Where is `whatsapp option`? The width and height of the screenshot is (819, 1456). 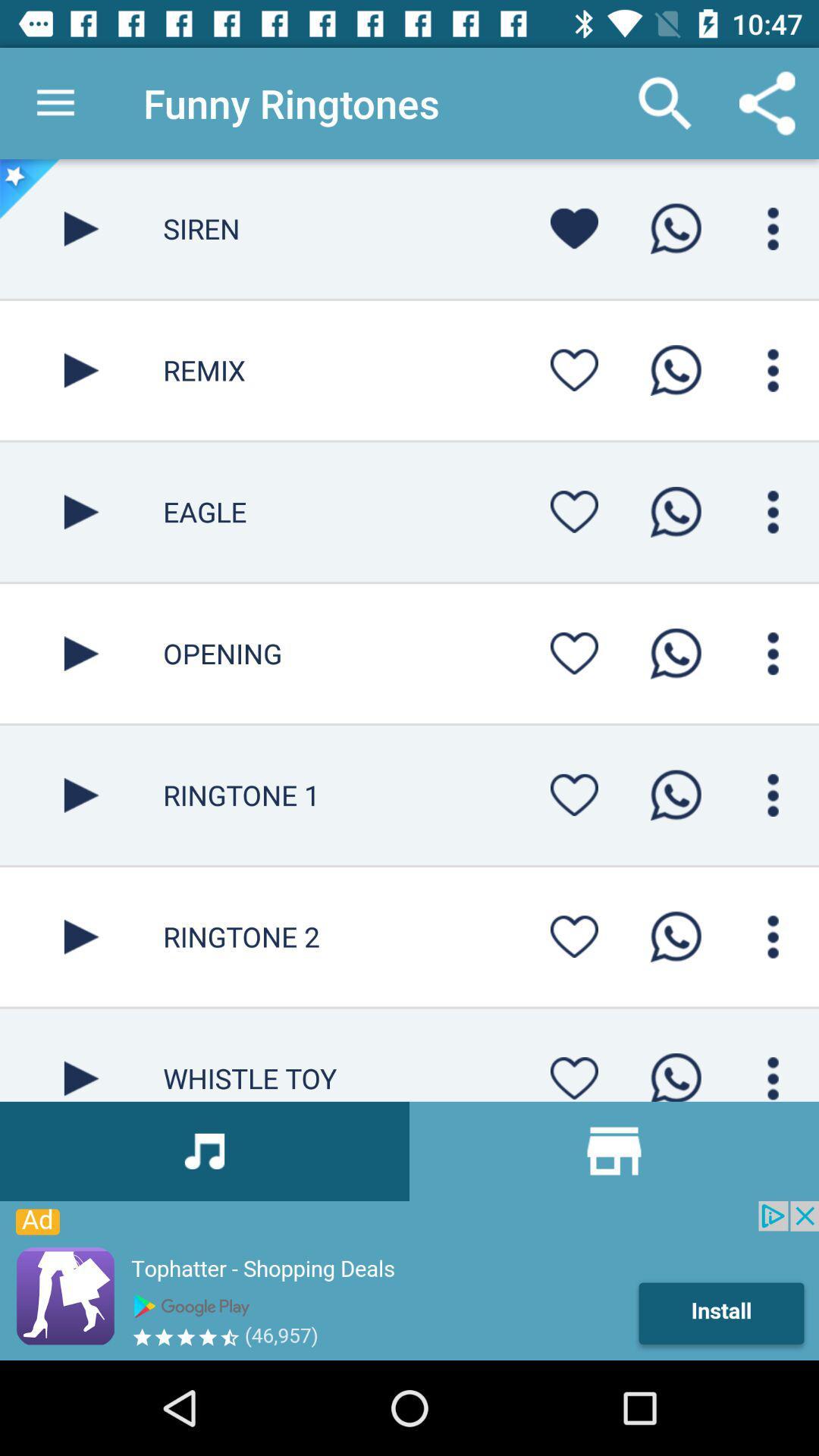
whatsapp option is located at coordinates (675, 370).